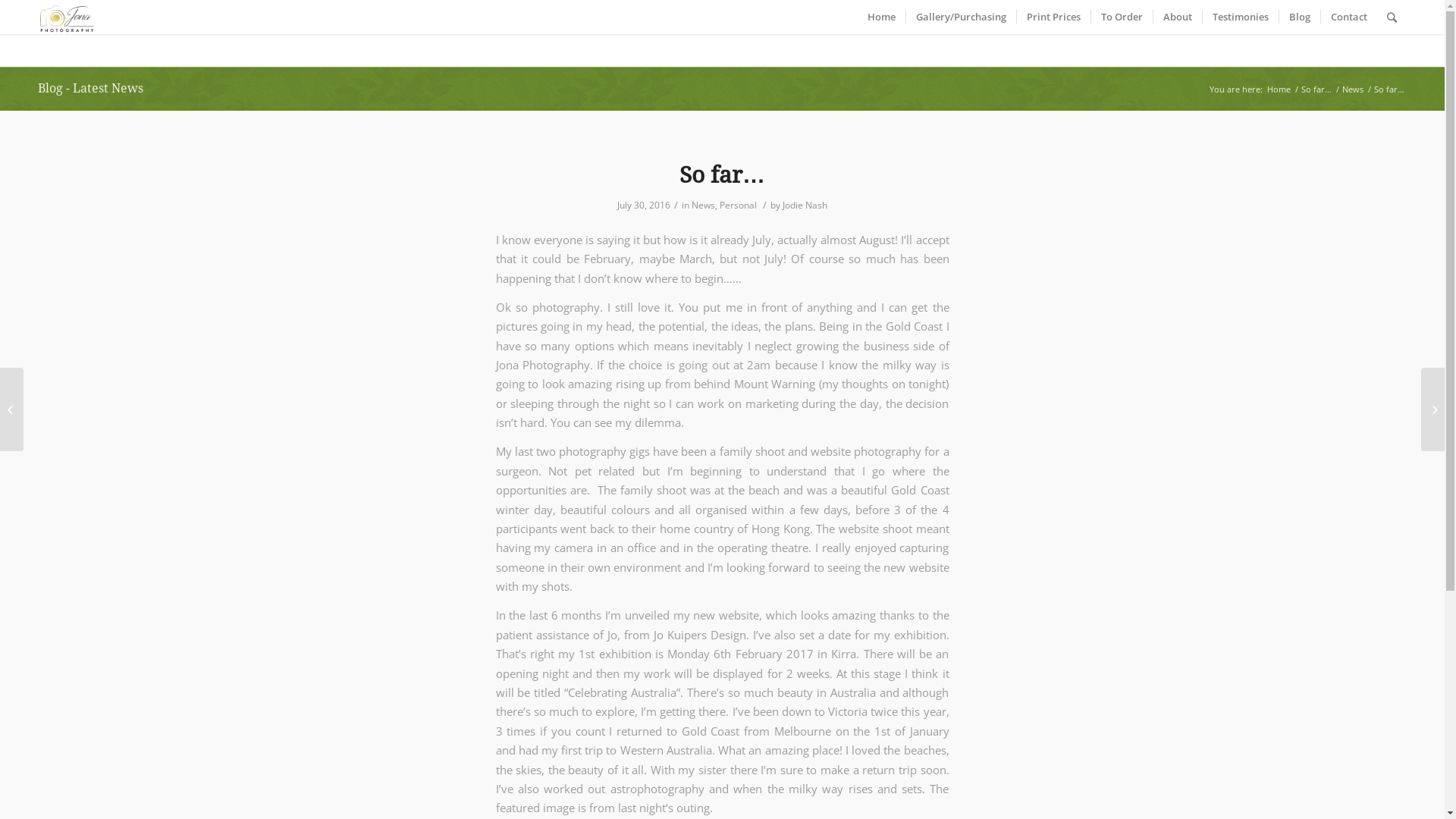 The image size is (1456, 819). What do you see at coordinates (1353, 89) in the screenshot?
I see `'News'` at bounding box center [1353, 89].